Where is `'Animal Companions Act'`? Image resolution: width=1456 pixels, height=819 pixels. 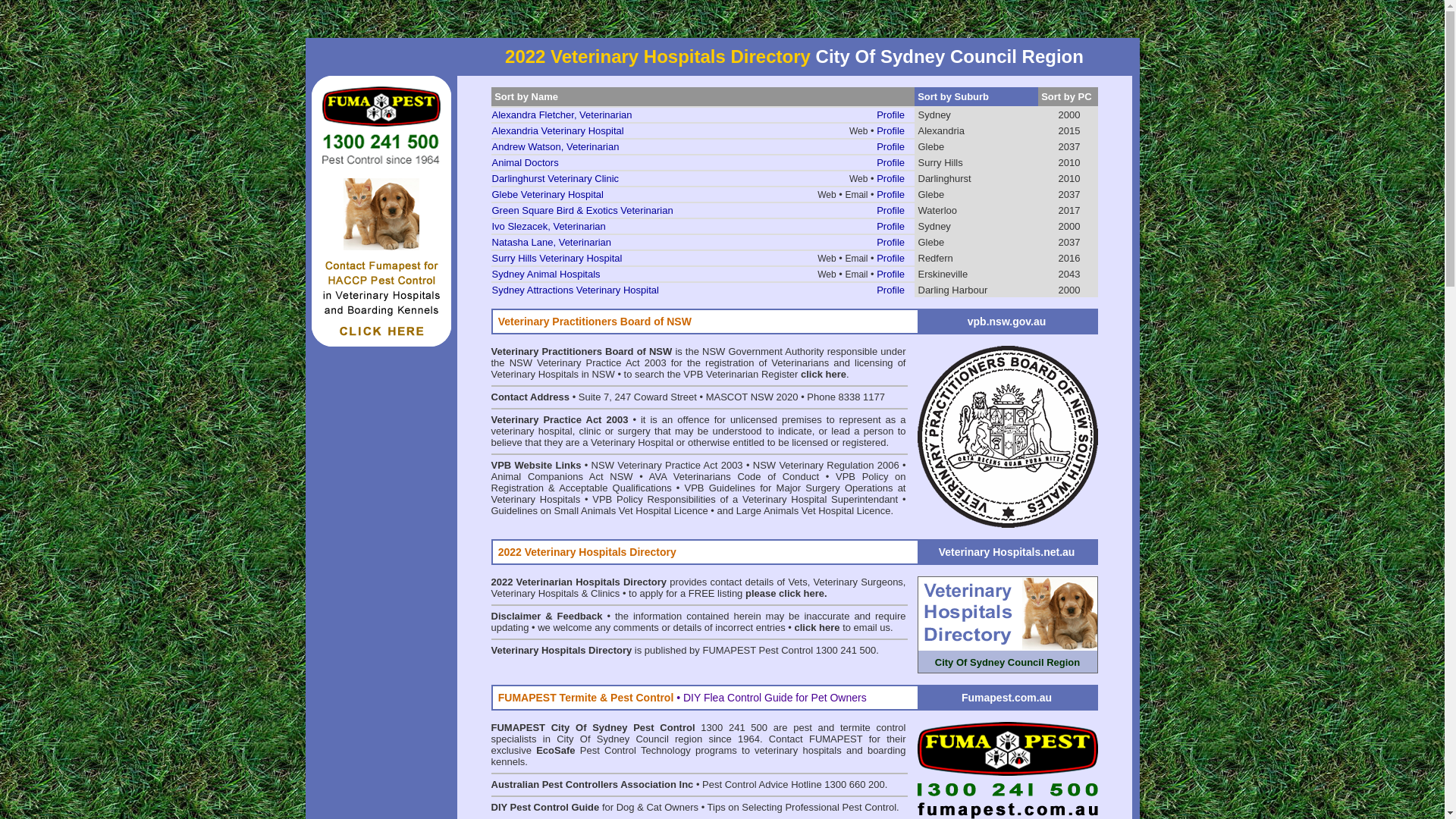 'Animal Companions Act' is located at coordinates (491, 475).